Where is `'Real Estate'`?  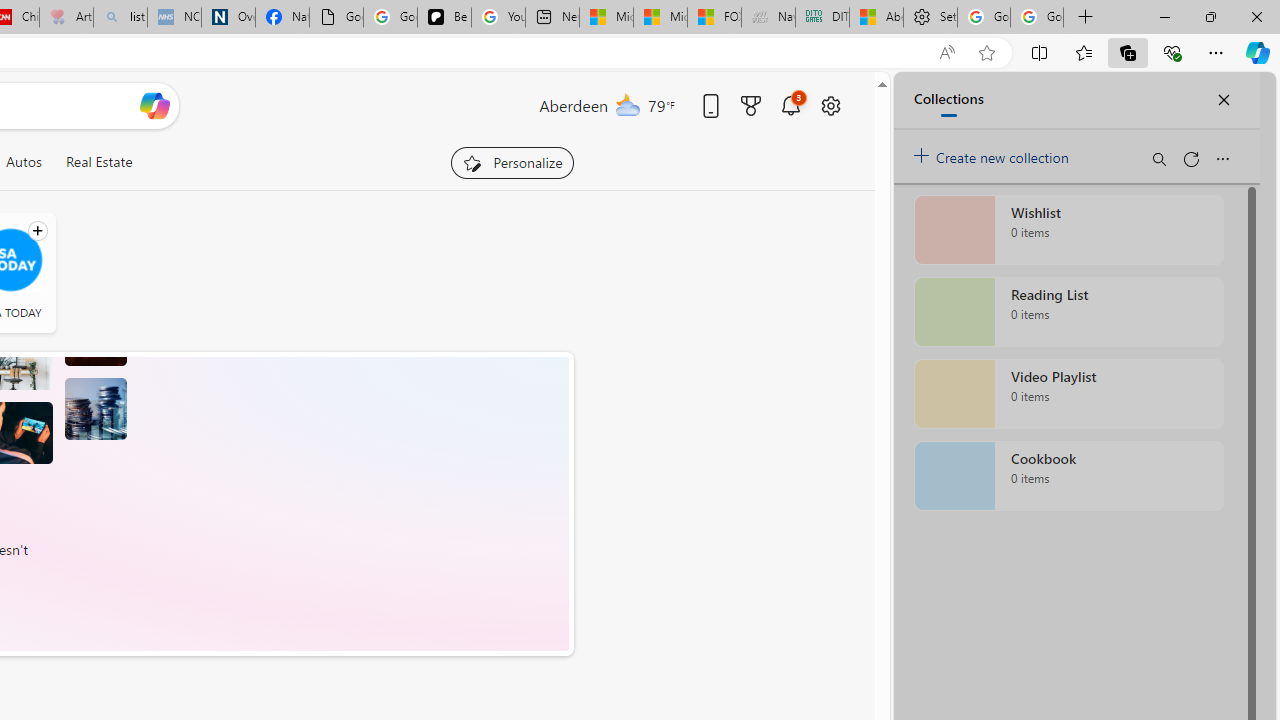
'Real Estate' is located at coordinates (97, 161).